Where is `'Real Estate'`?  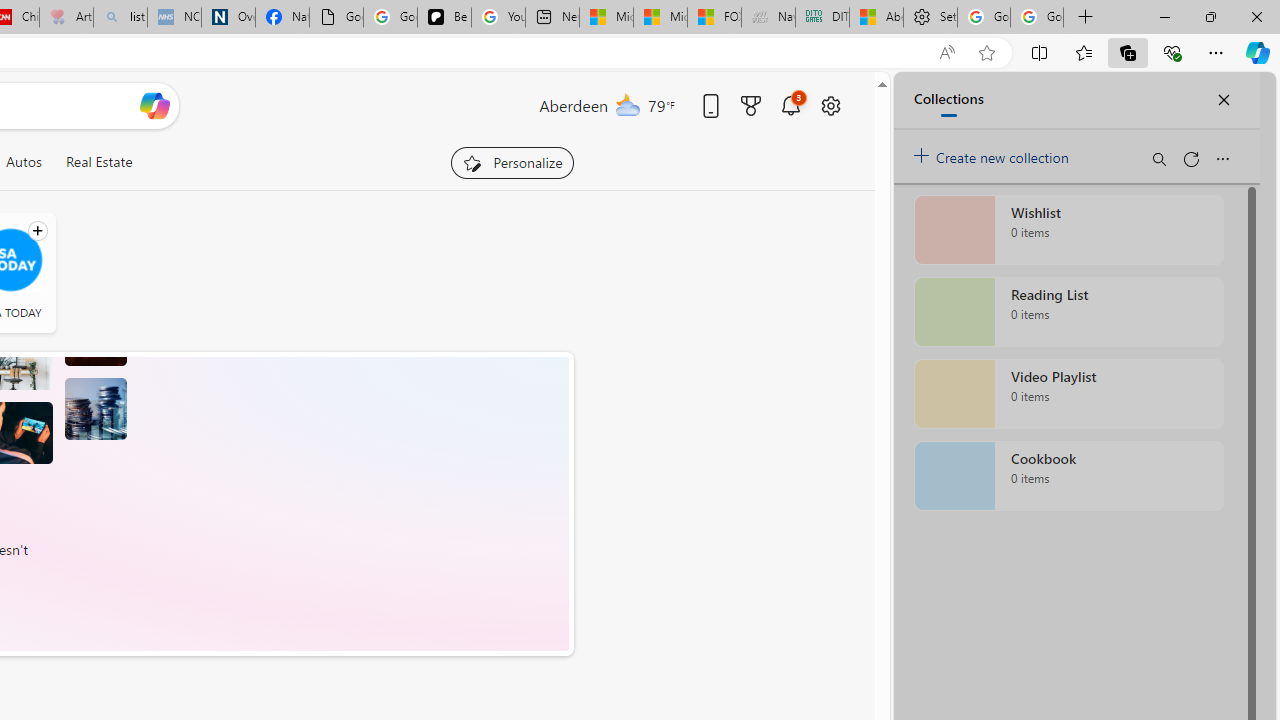
'Real Estate' is located at coordinates (97, 161).